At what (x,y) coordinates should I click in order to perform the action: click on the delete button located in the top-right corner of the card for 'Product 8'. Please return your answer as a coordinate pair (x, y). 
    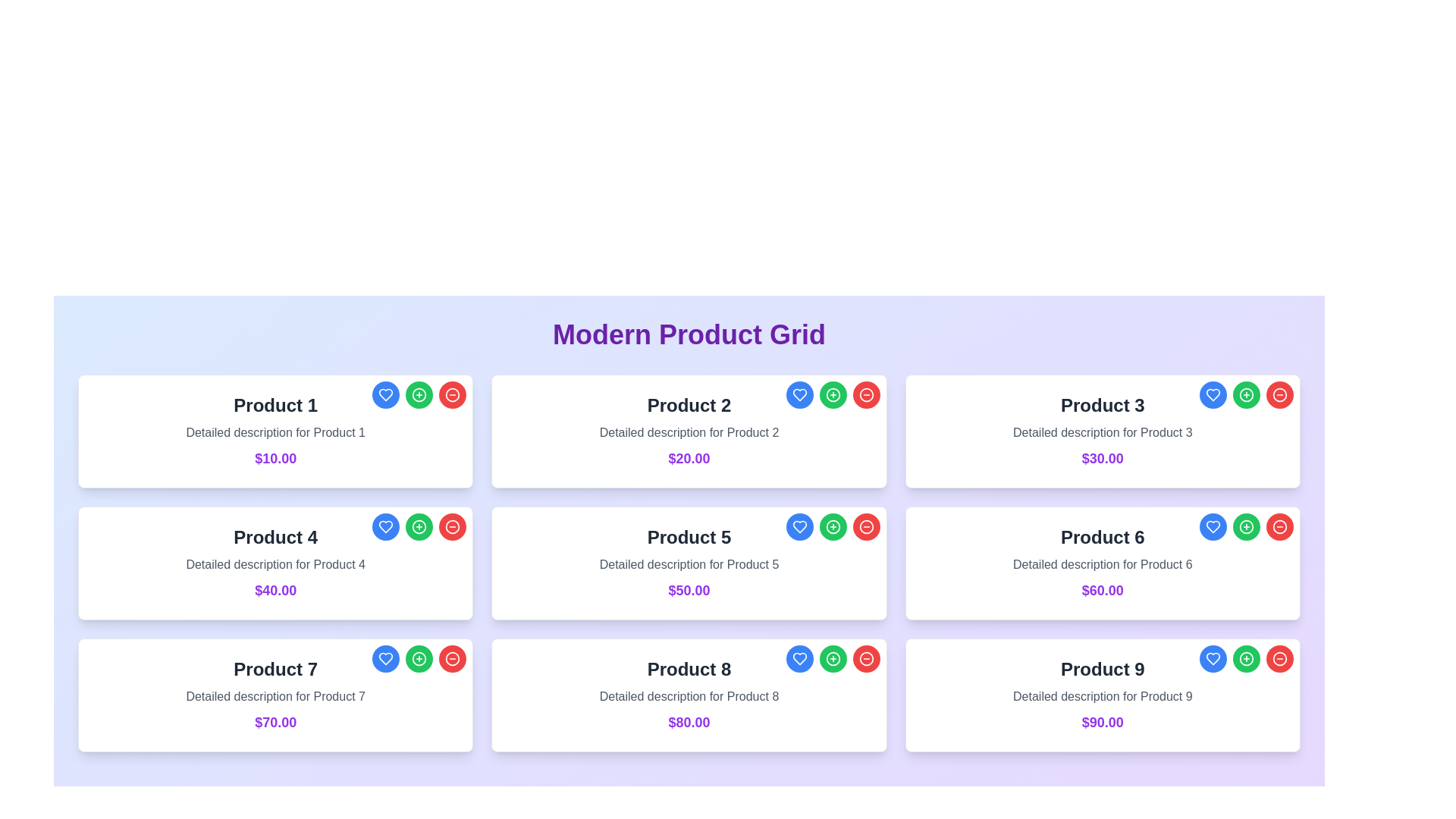
    Looking at the image, I should click on (866, 657).